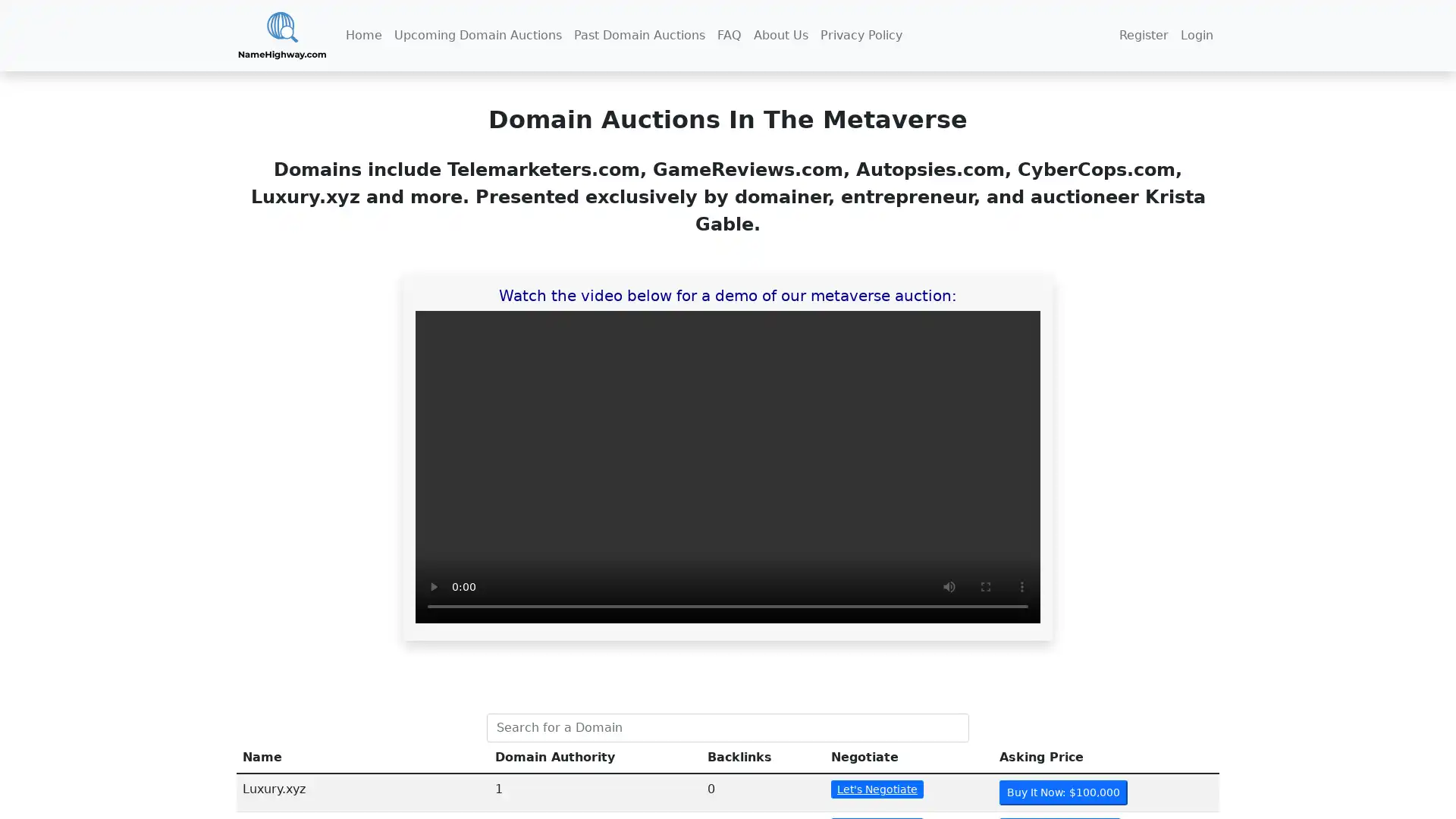  Describe the element at coordinates (1062, 792) in the screenshot. I see `Buy It Now: $100,000` at that location.